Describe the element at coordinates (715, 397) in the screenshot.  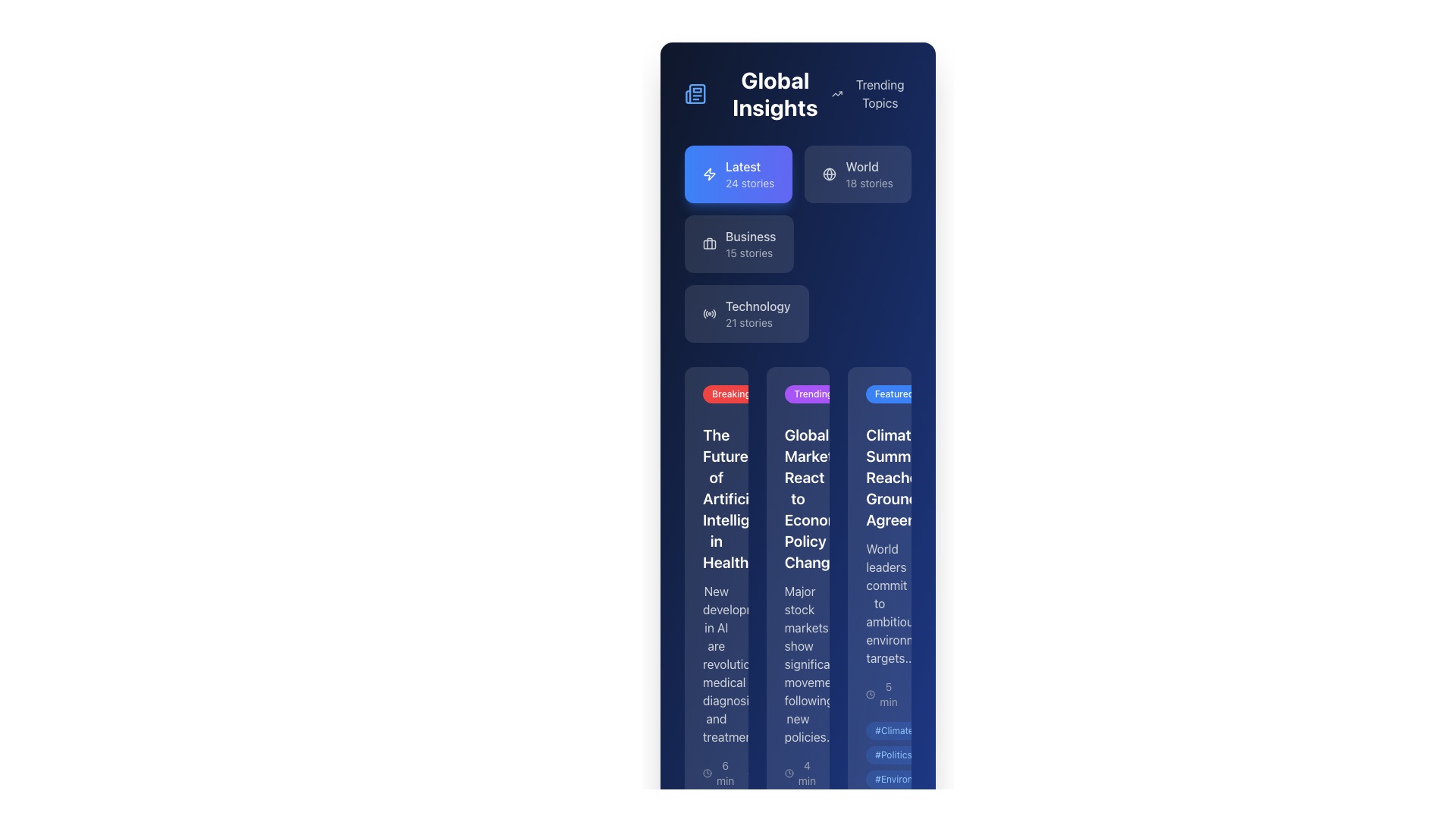
I see `the breaking news label located at the top-left corner of the vertical card layout, which highlights the importance of the associated content` at that location.